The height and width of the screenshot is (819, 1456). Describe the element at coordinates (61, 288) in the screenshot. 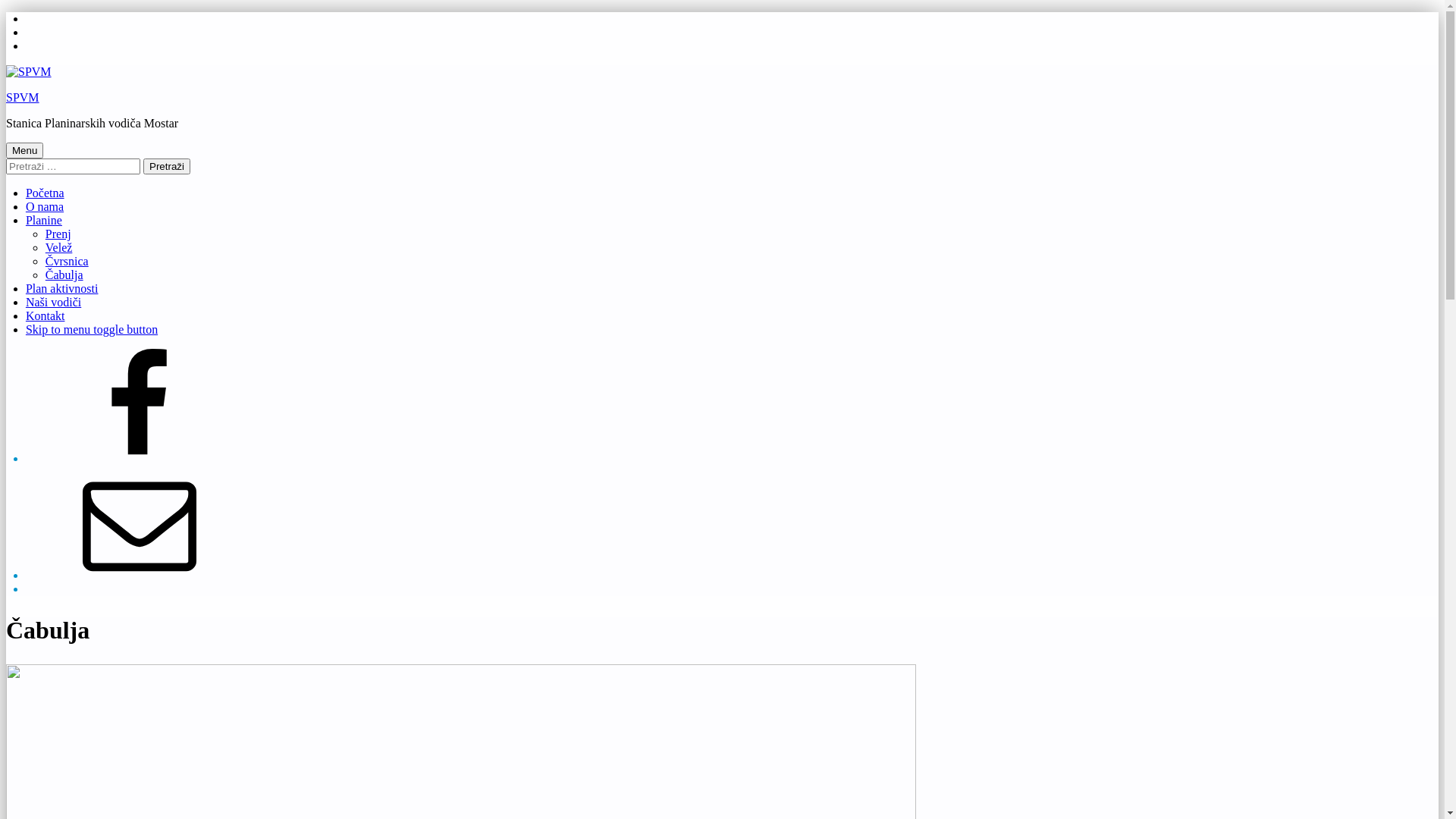

I see `'Plan aktivnosti'` at that location.